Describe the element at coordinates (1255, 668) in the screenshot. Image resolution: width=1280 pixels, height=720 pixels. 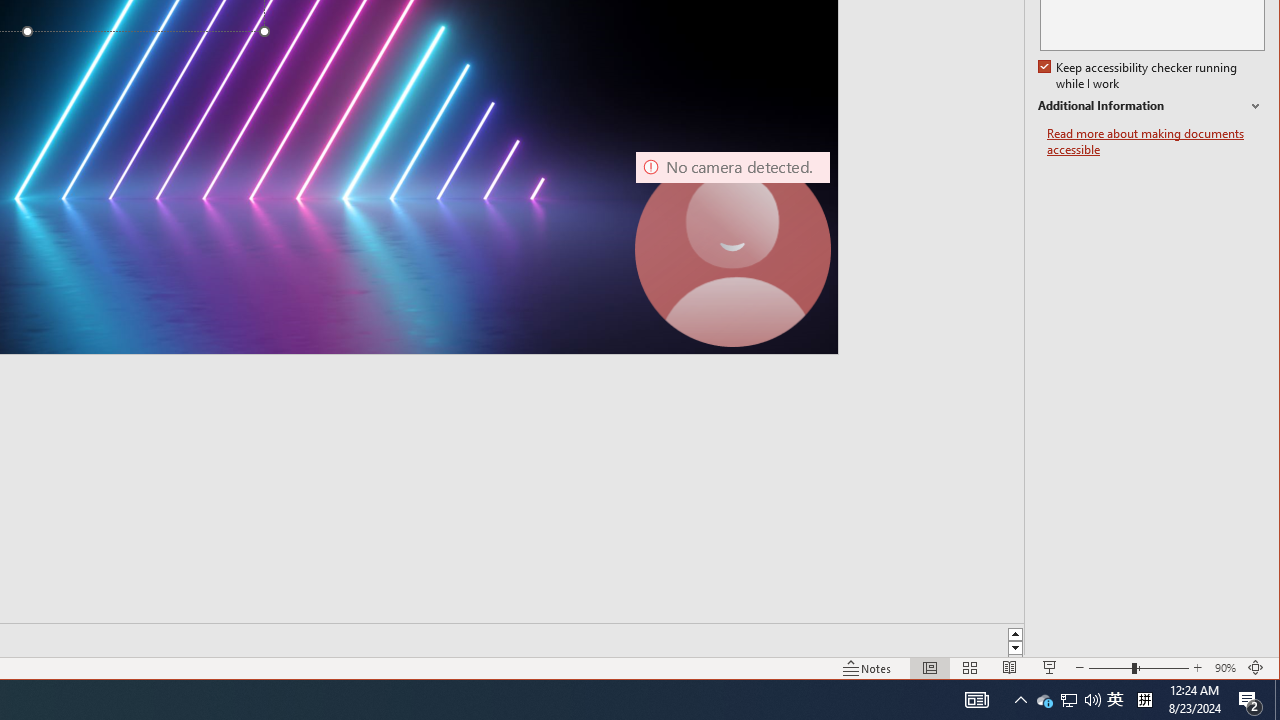
I see `'Zoom to Fit '` at that location.